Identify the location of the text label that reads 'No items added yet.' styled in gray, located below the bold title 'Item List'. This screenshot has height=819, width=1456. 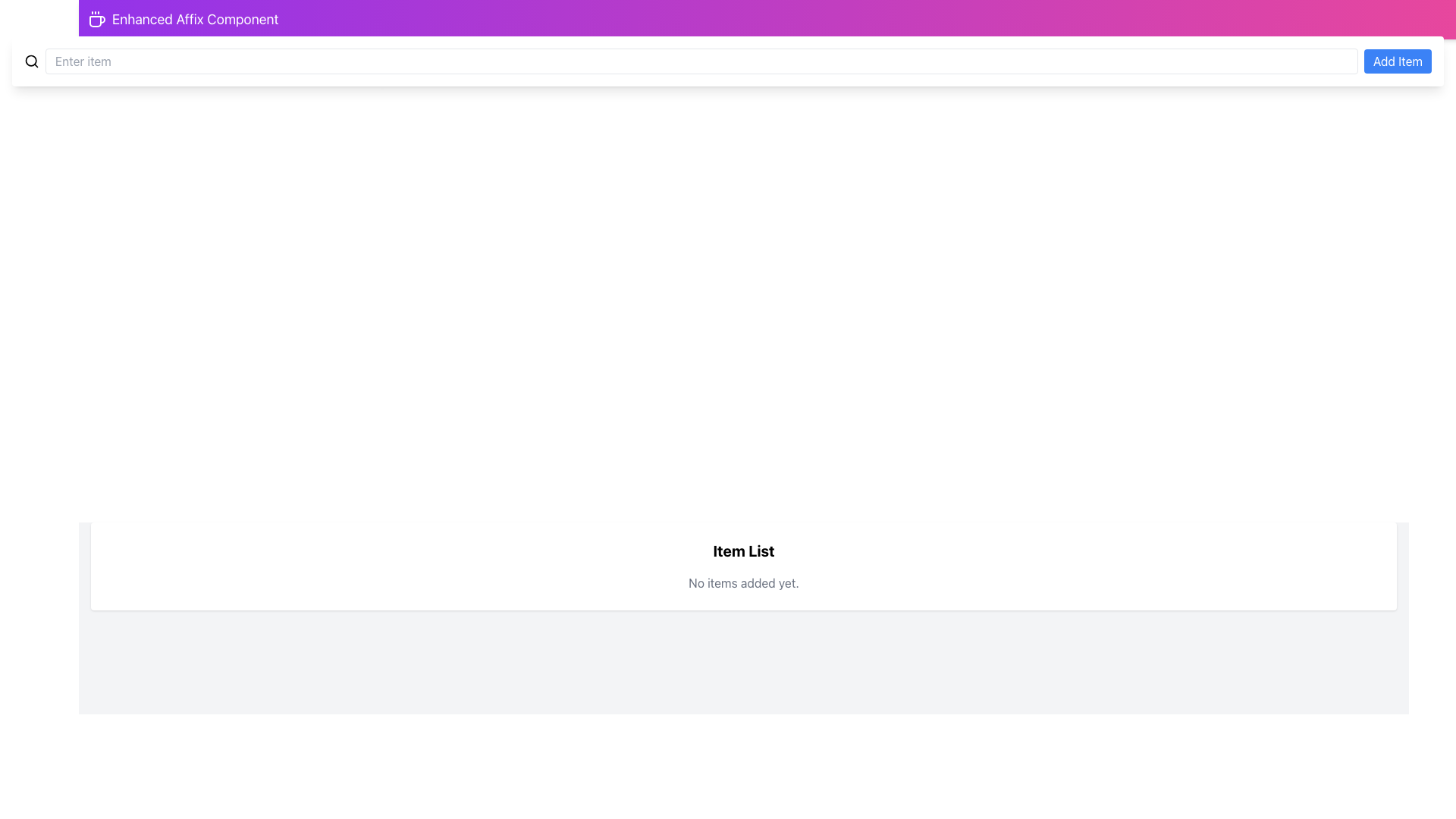
(743, 582).